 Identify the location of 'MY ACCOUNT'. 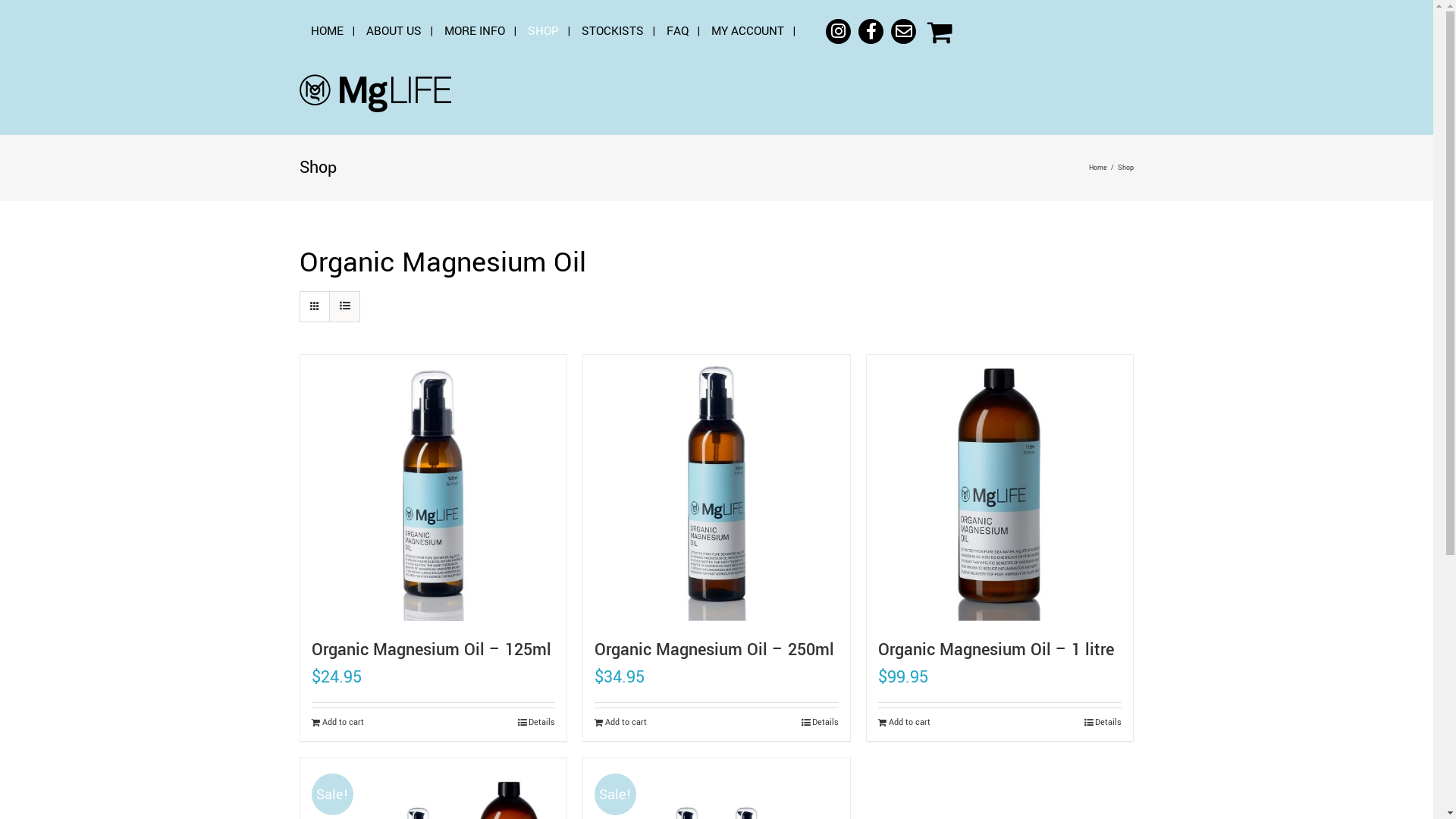
(747, 31).